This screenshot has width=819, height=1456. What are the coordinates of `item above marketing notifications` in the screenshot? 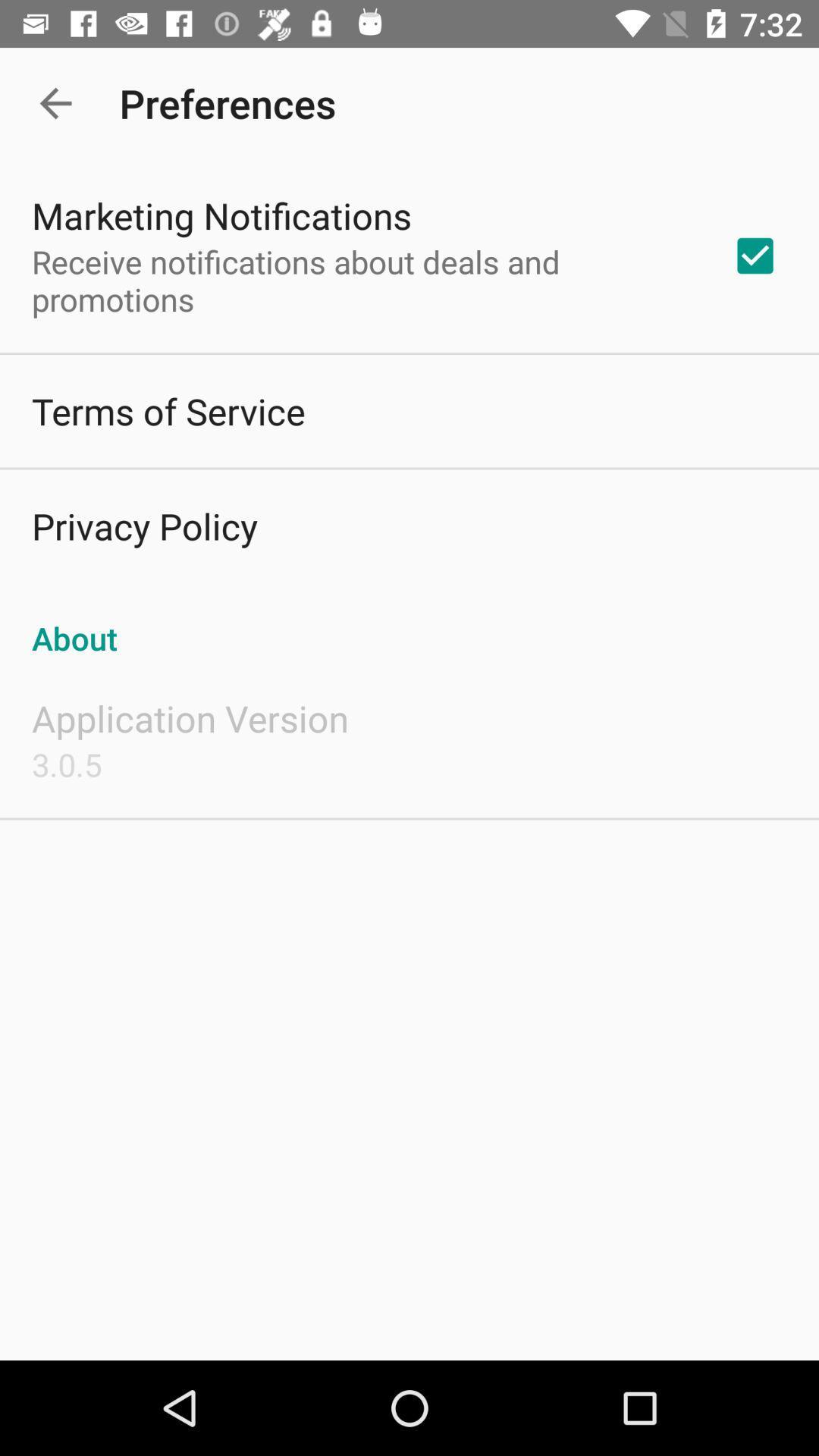 It's located at (55, 102).